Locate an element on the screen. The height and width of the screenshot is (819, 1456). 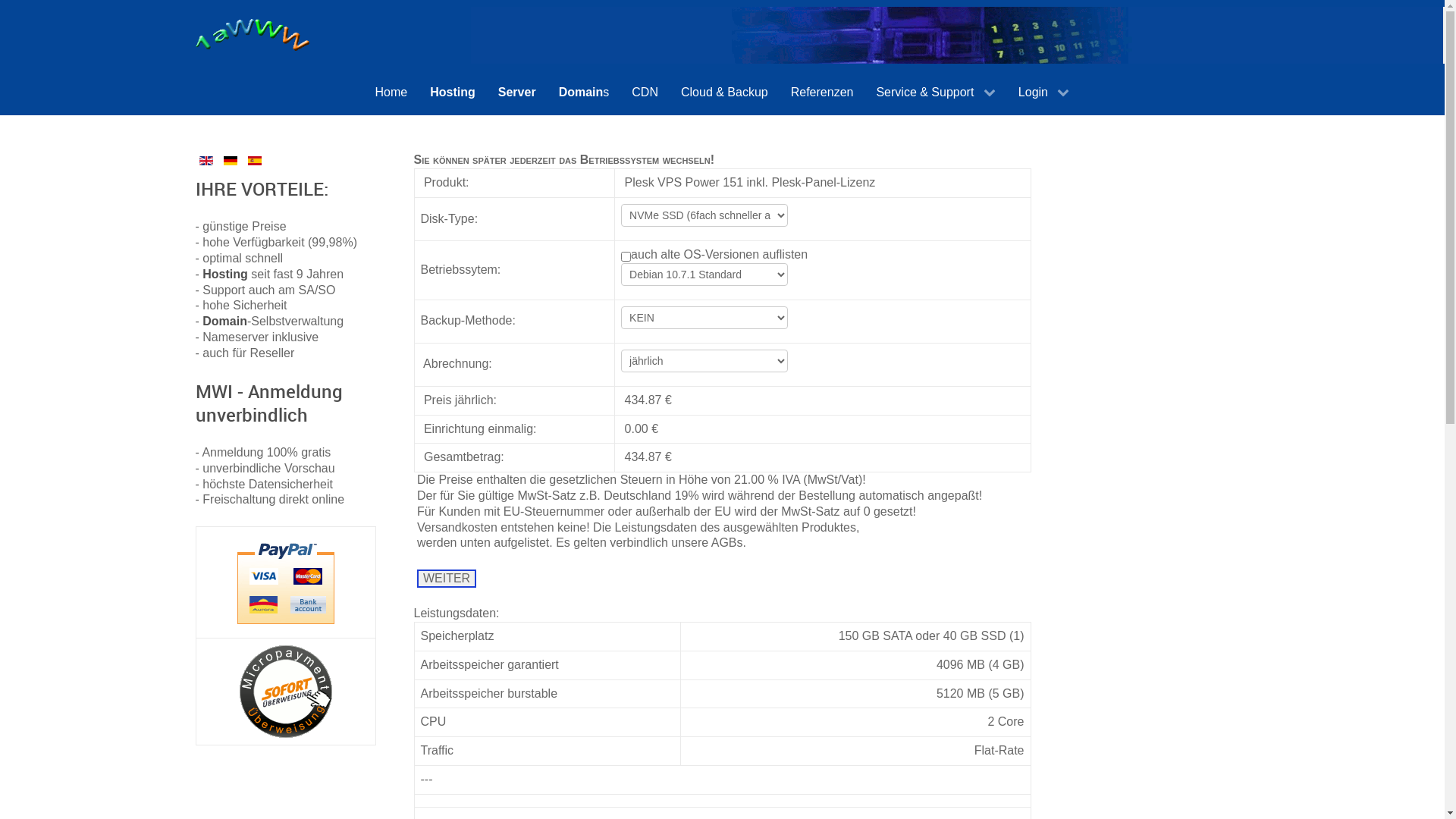
'Referenzen' is located at coordinates (821, 92).